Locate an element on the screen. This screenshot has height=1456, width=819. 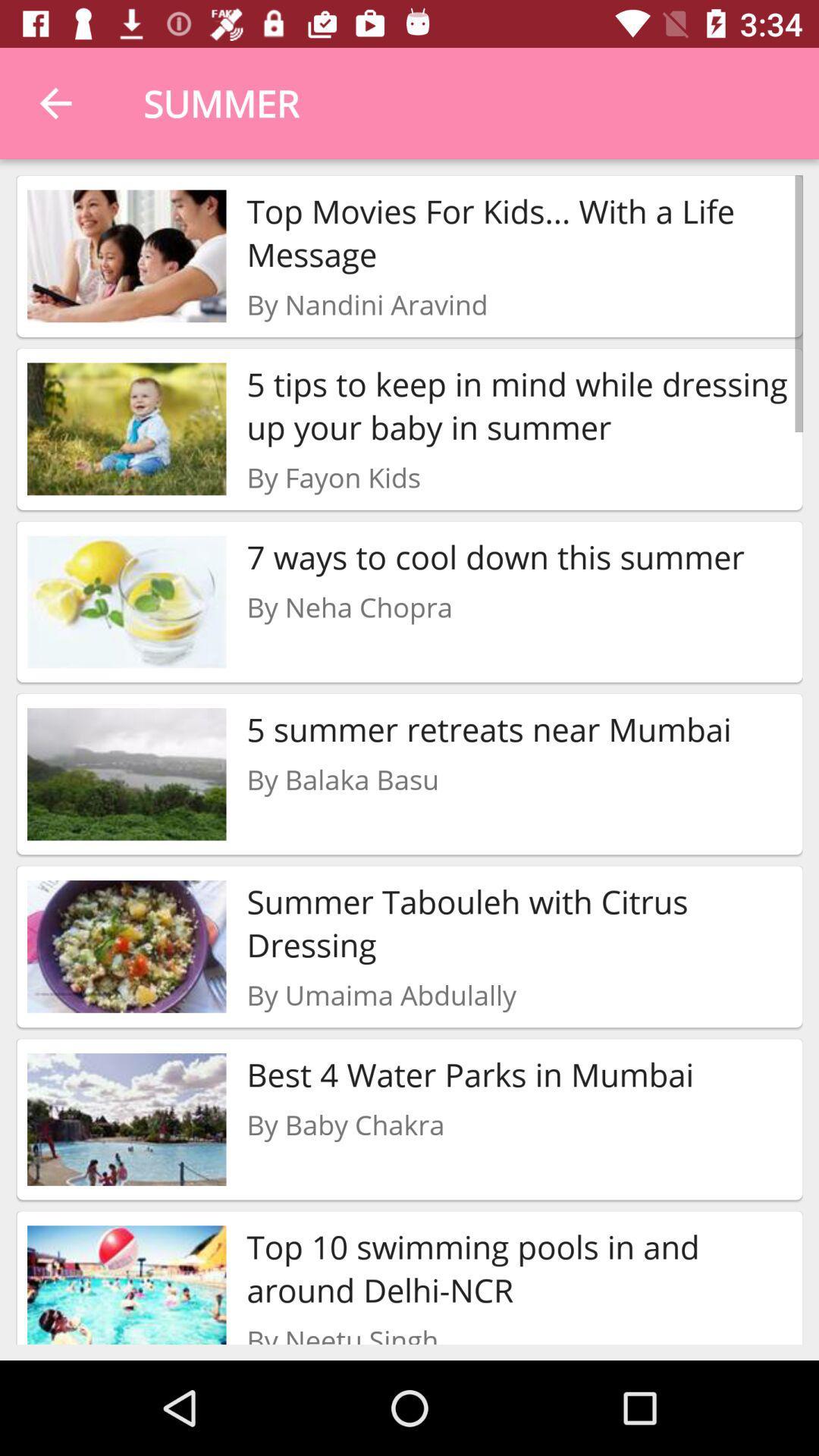
the summer tabouleh with icon is located at coordinates (519, 922).